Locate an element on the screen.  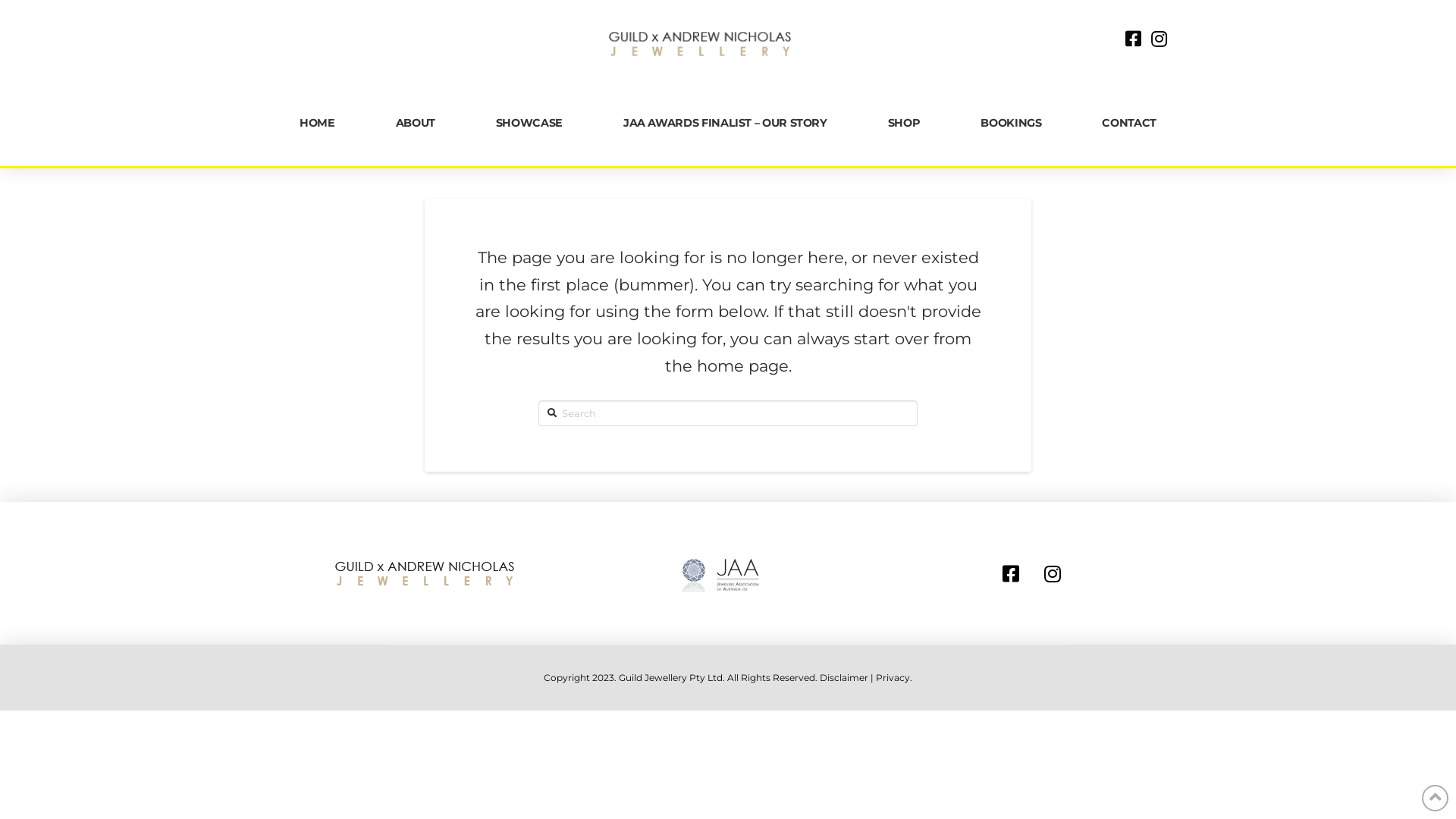
'CONTACT' is located at coordinates (1086, 122).